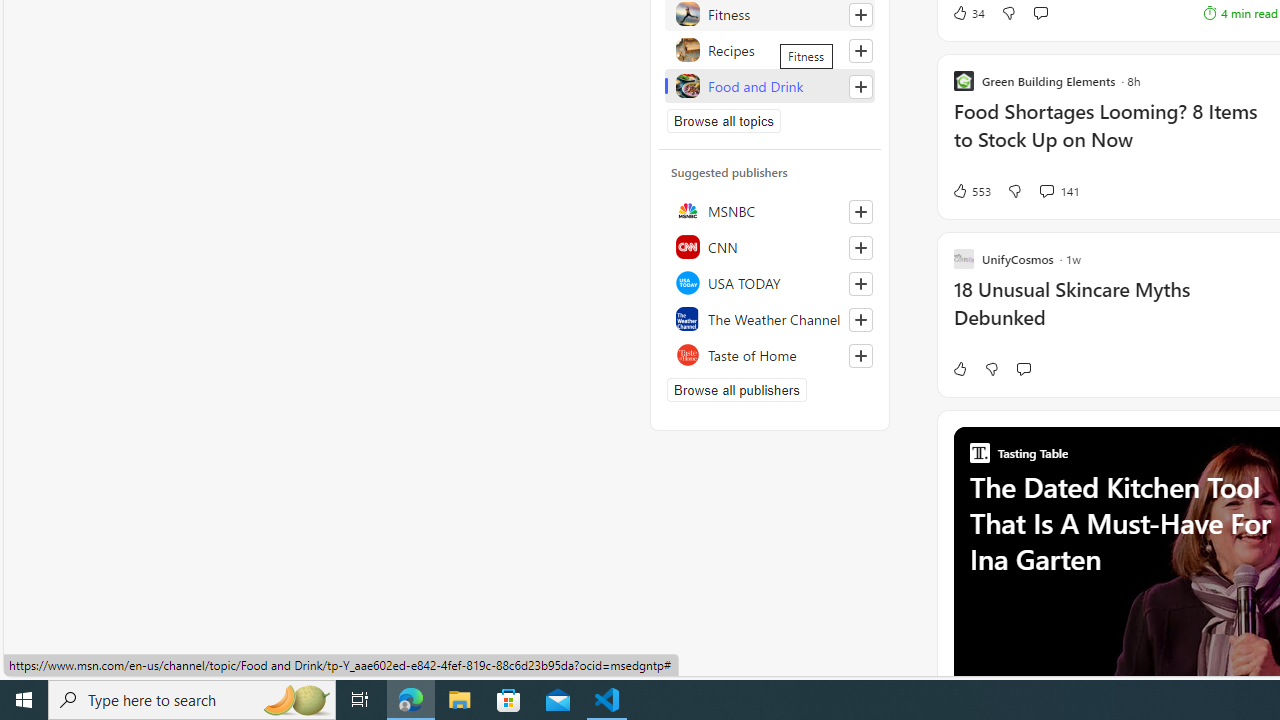 The width and height of the screenshot is (1280, 720). Describe the element at coordinates (769, 245) in the screenshot. I see `'CNN'` at that location.